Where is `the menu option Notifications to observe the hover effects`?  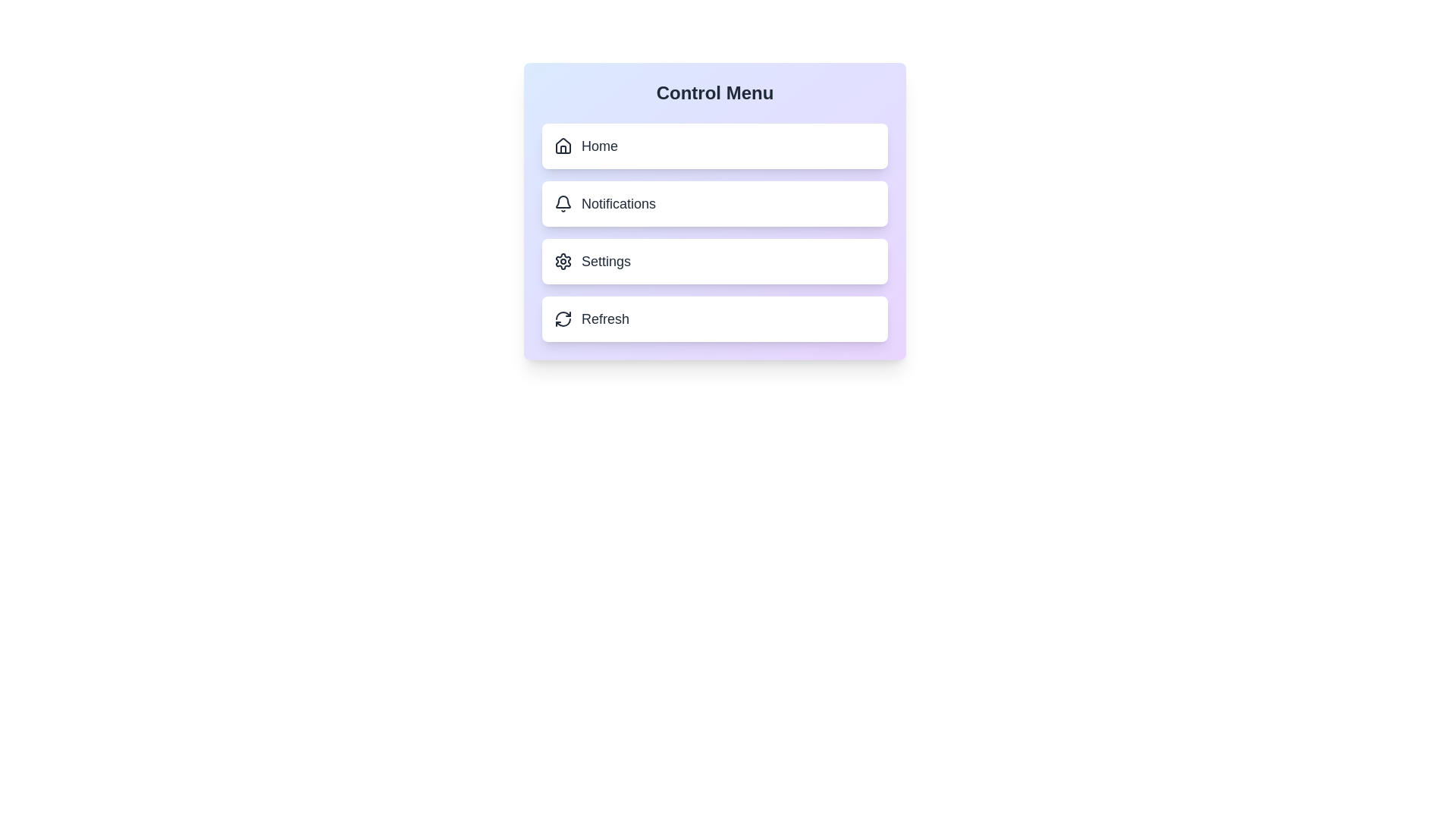
the menu option Notifications to observe the hover effects is located at coordinates (714, 203).